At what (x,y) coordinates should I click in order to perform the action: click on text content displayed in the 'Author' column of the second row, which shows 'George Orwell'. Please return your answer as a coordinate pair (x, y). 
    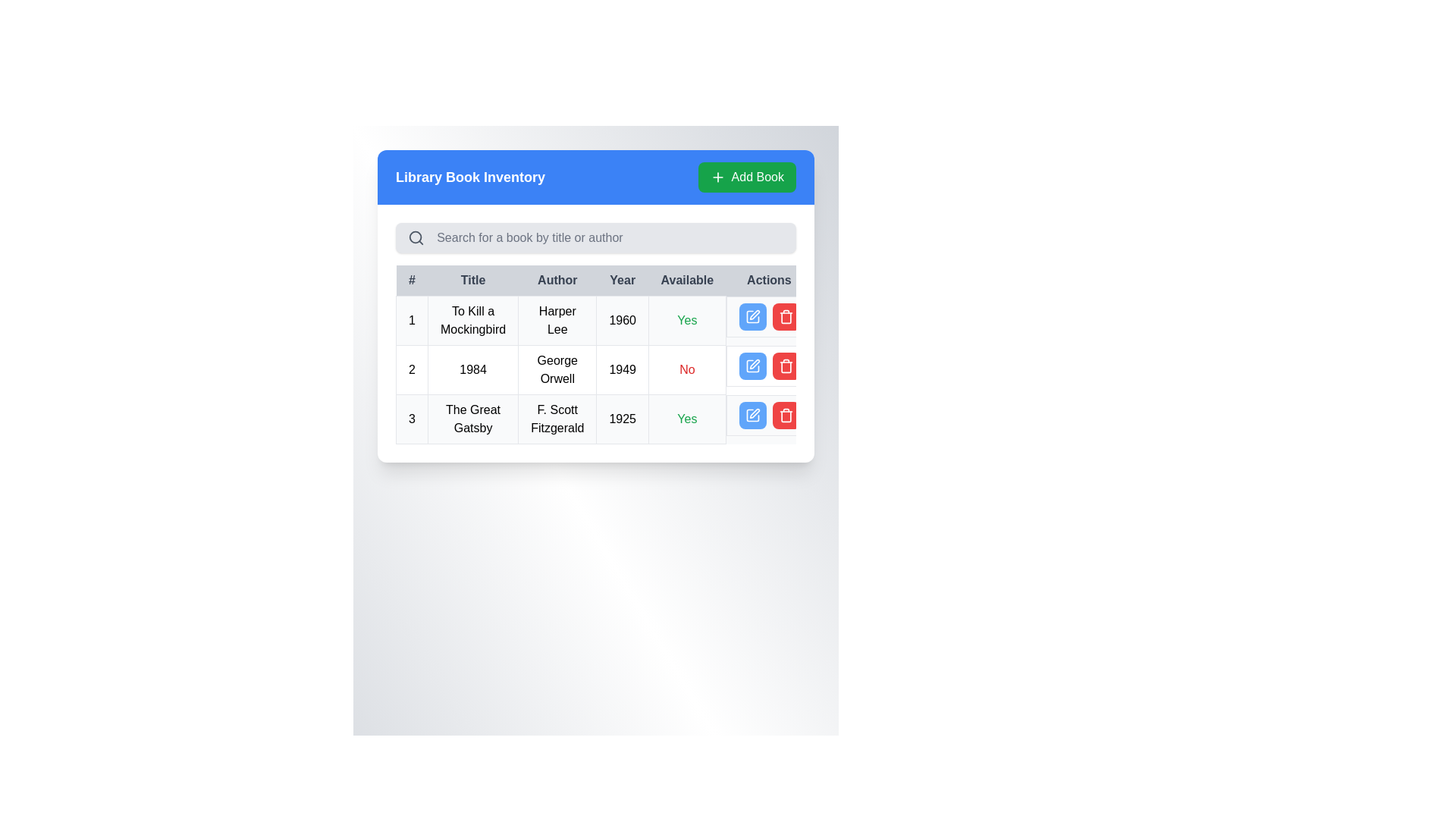
    Looking at the image, I should click on (557, 370).